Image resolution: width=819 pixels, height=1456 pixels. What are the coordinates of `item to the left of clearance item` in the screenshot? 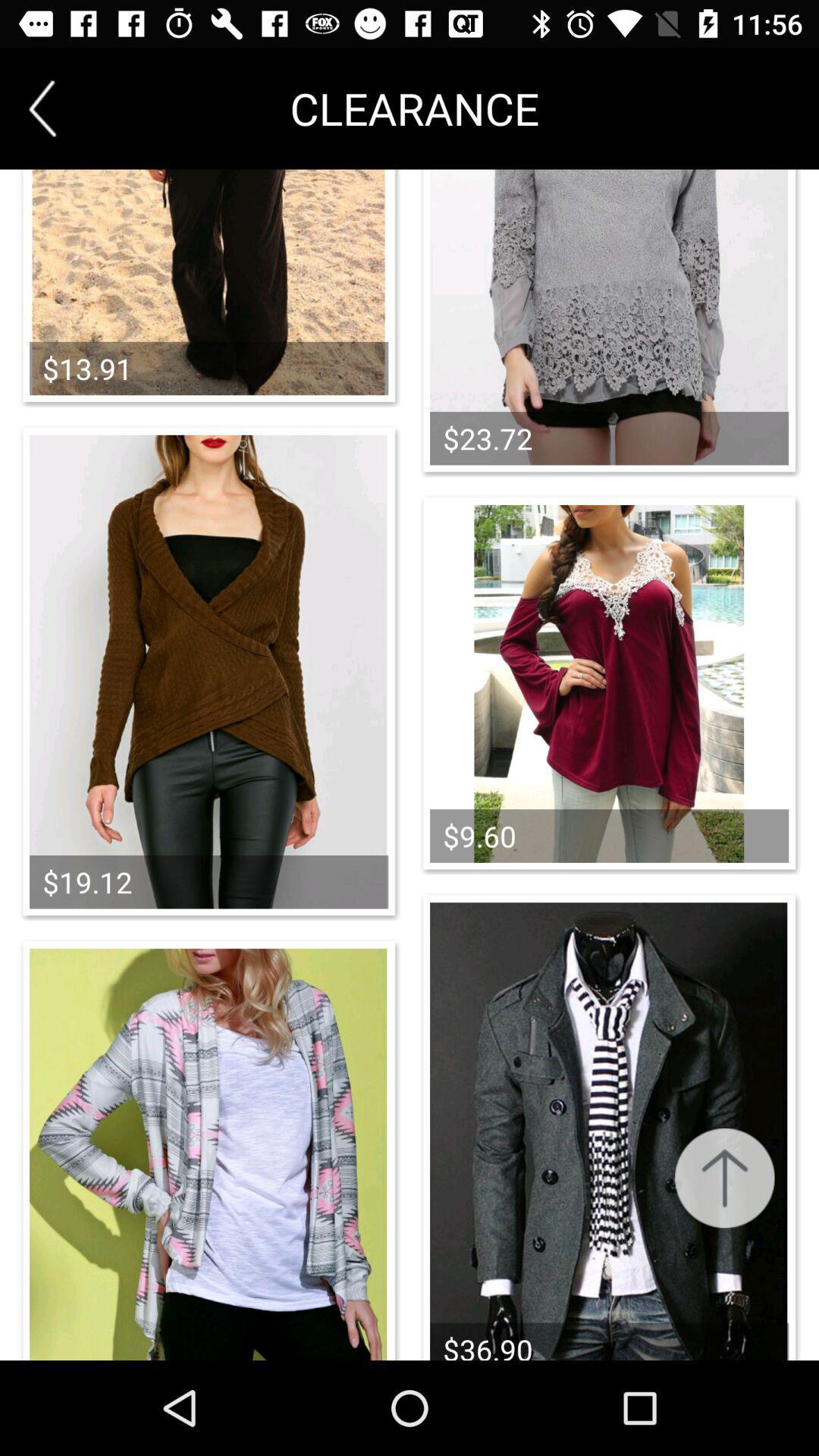 It's located at (42, 108).